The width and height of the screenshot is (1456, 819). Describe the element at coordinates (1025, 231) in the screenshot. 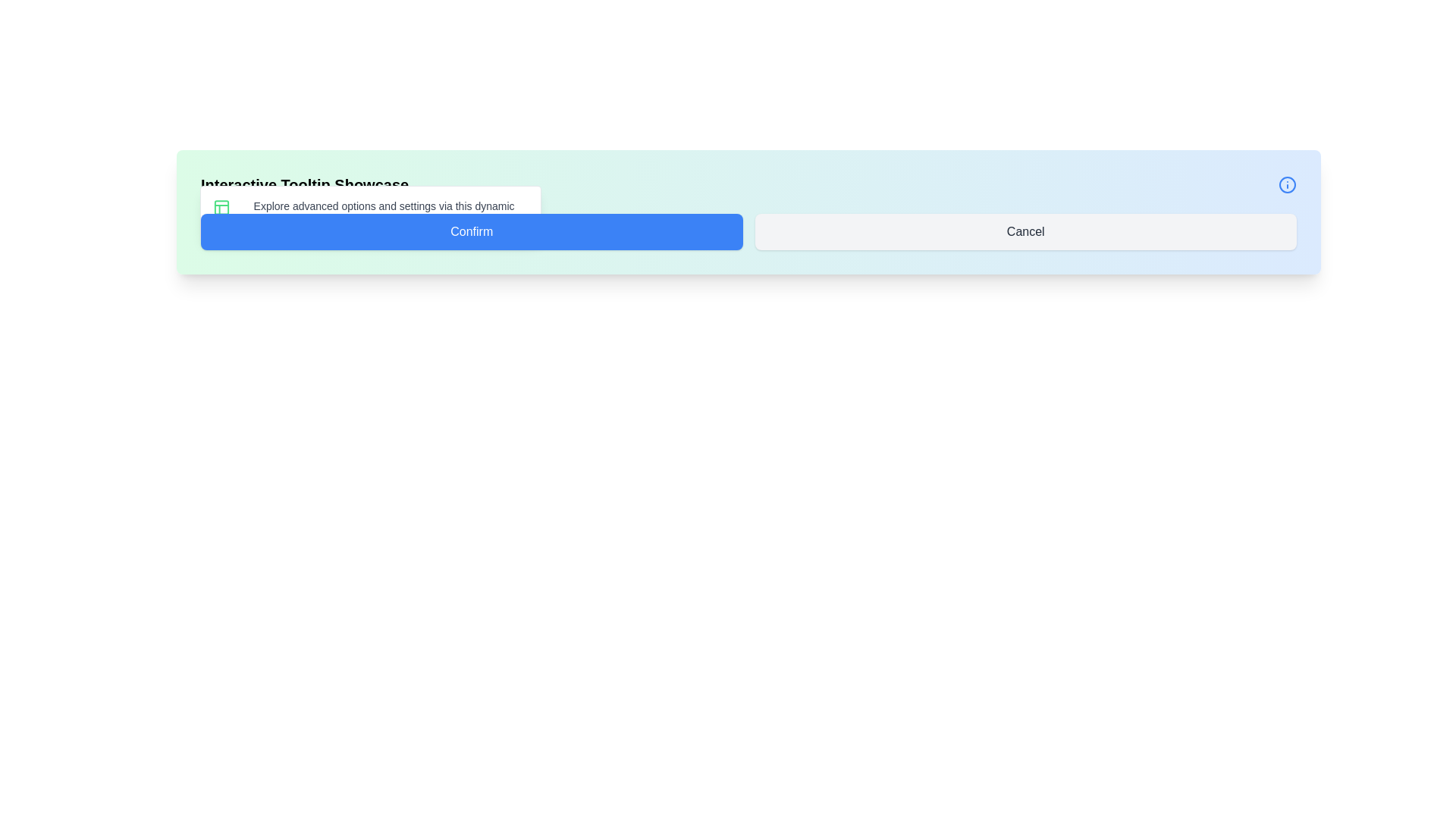

I see `the cancel button located to the right of the blue 'Confirm' button to change its appearance` at that location.